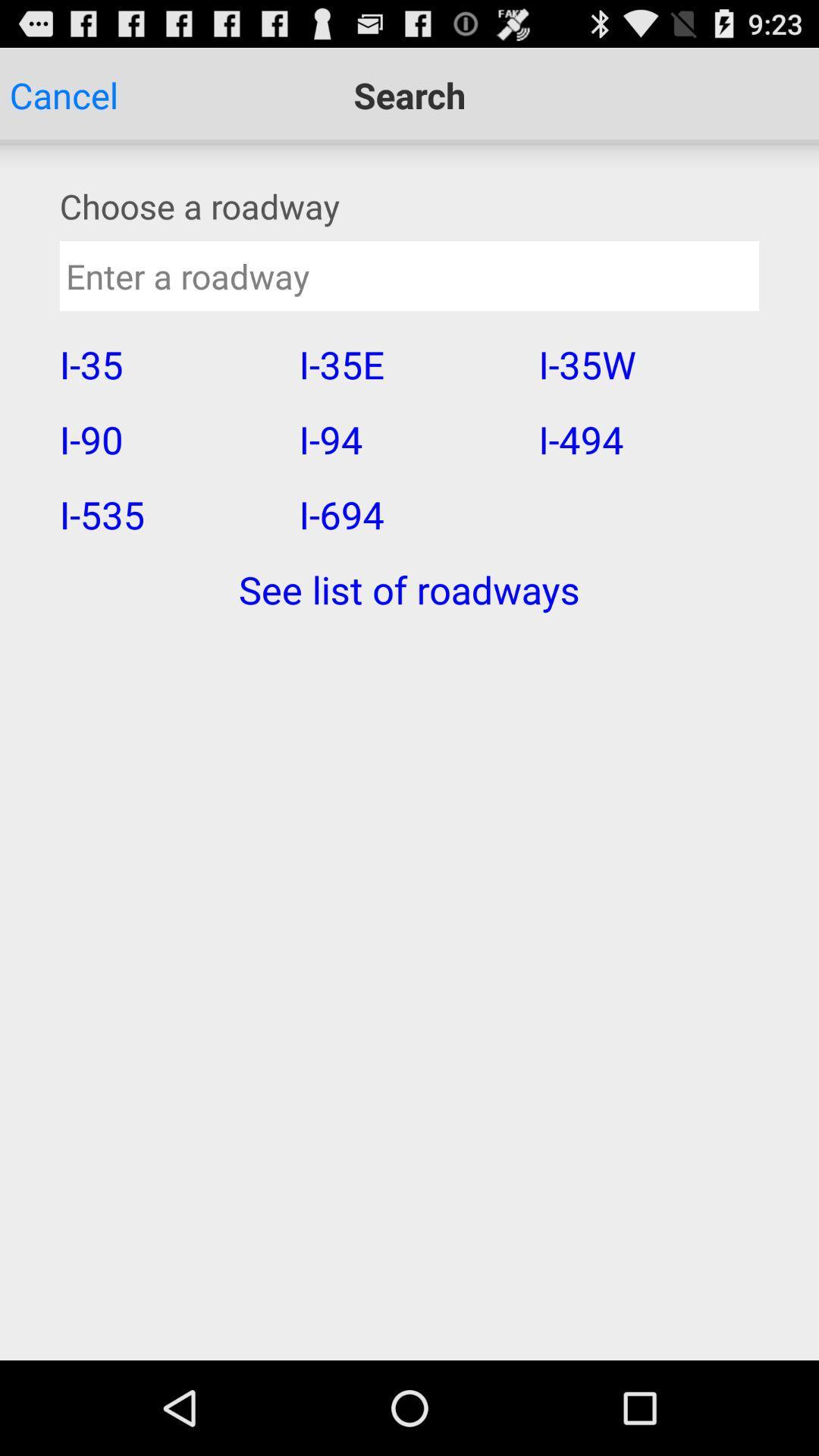 The width and height of the screenshot is (819, 1456). What do you see at coordinates (648, 438) in the screenshot?
I see `i-494 icon` at bounding box center [648, 438].